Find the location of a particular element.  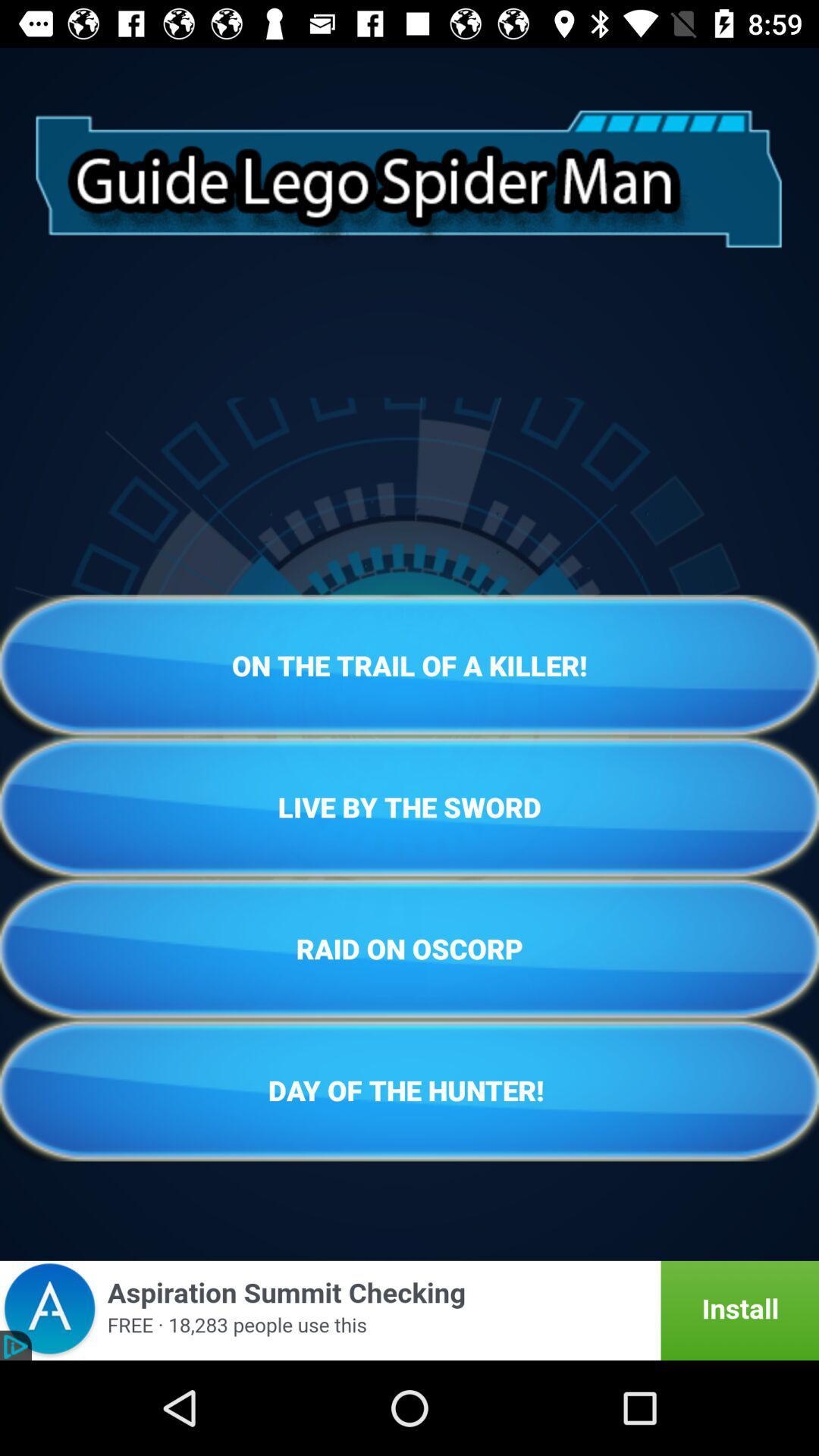

install aspiration is located at coordinates (409, 1310).